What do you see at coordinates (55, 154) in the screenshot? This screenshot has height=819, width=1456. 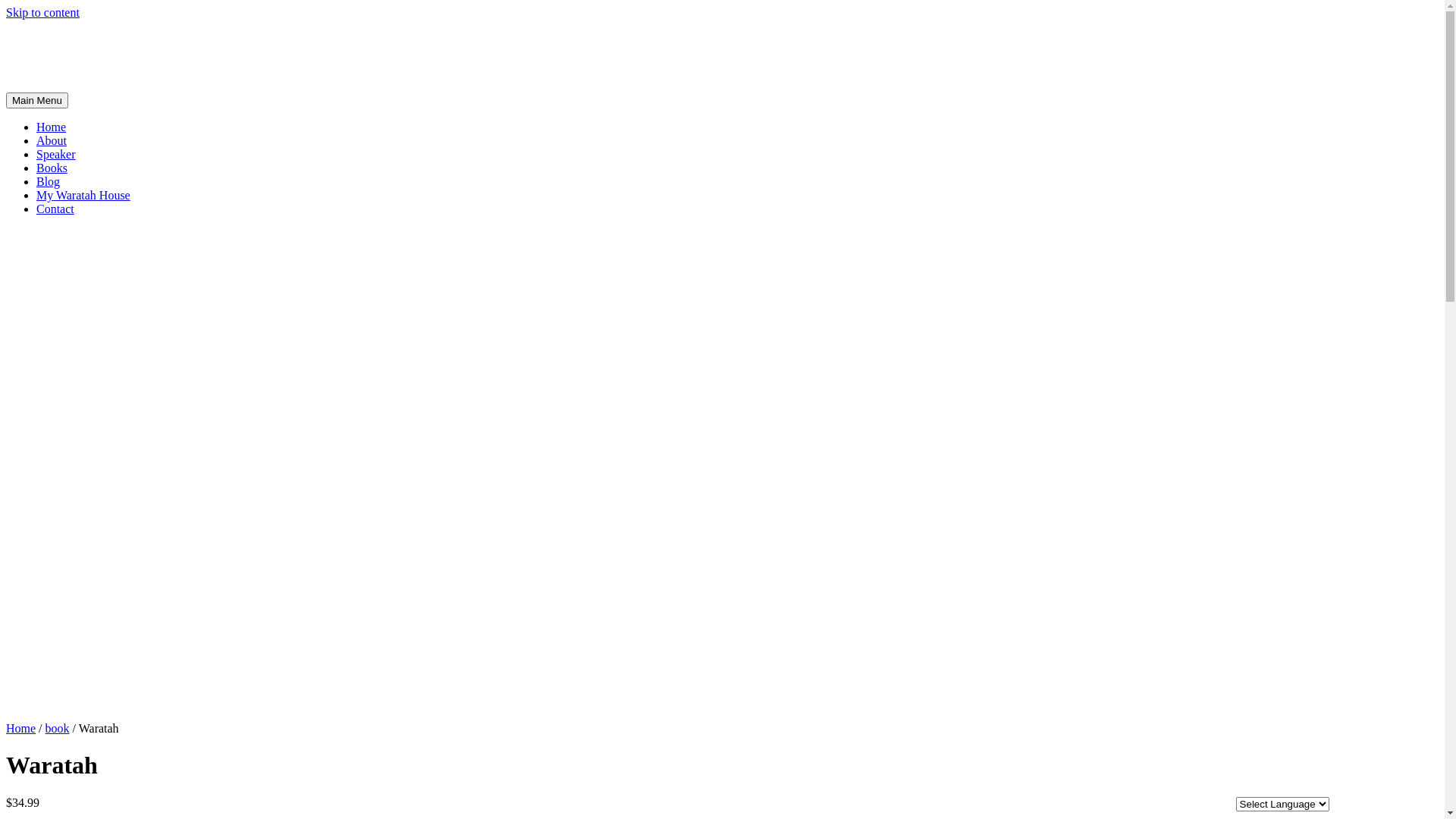 I see `'Speaker'` at bounding box center [55, 154].